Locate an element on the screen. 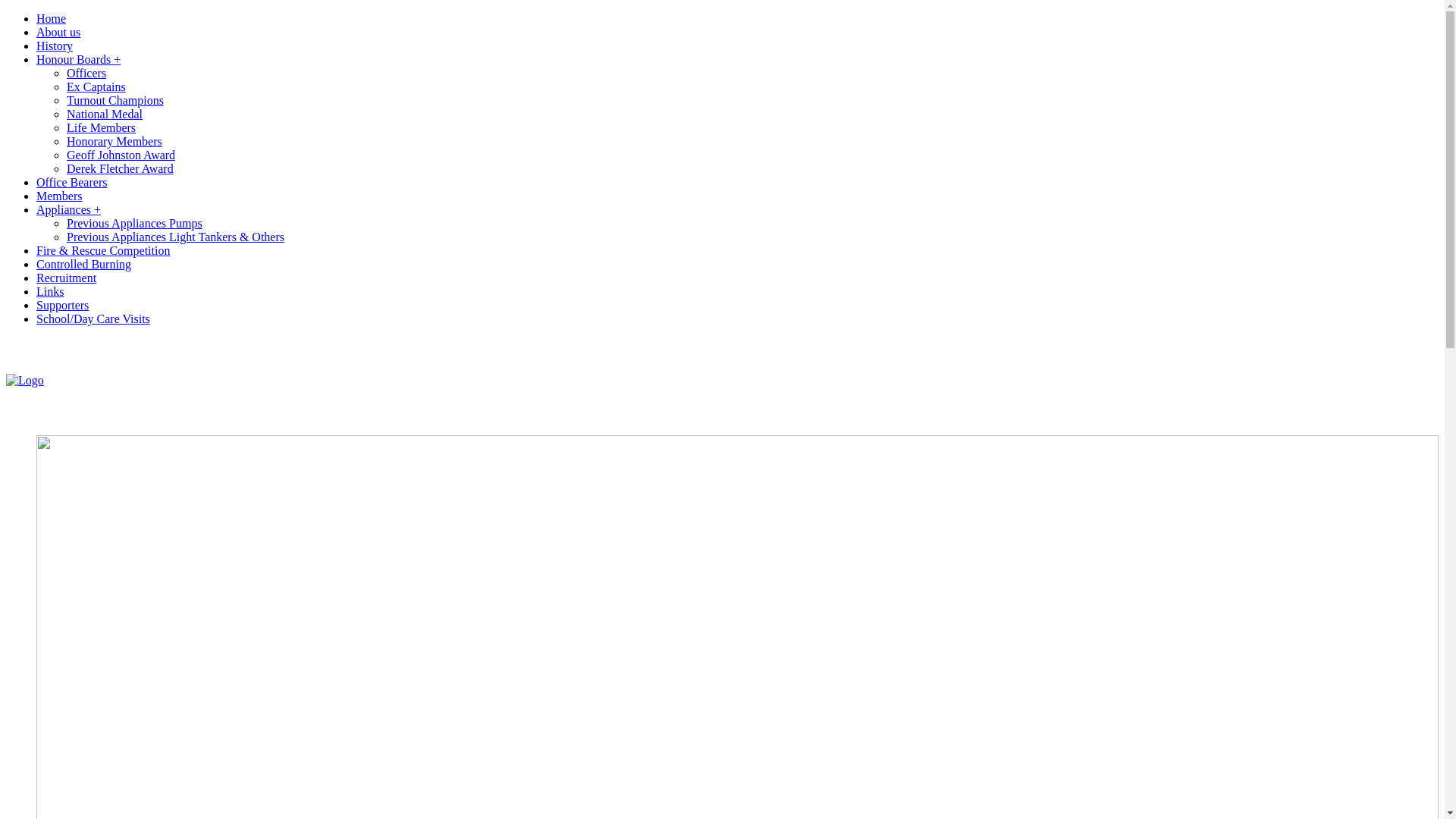 Image resolution: width=1456 pixels, height=819 pixels. 'Office Bearers' is located at coordinates (71, 181).